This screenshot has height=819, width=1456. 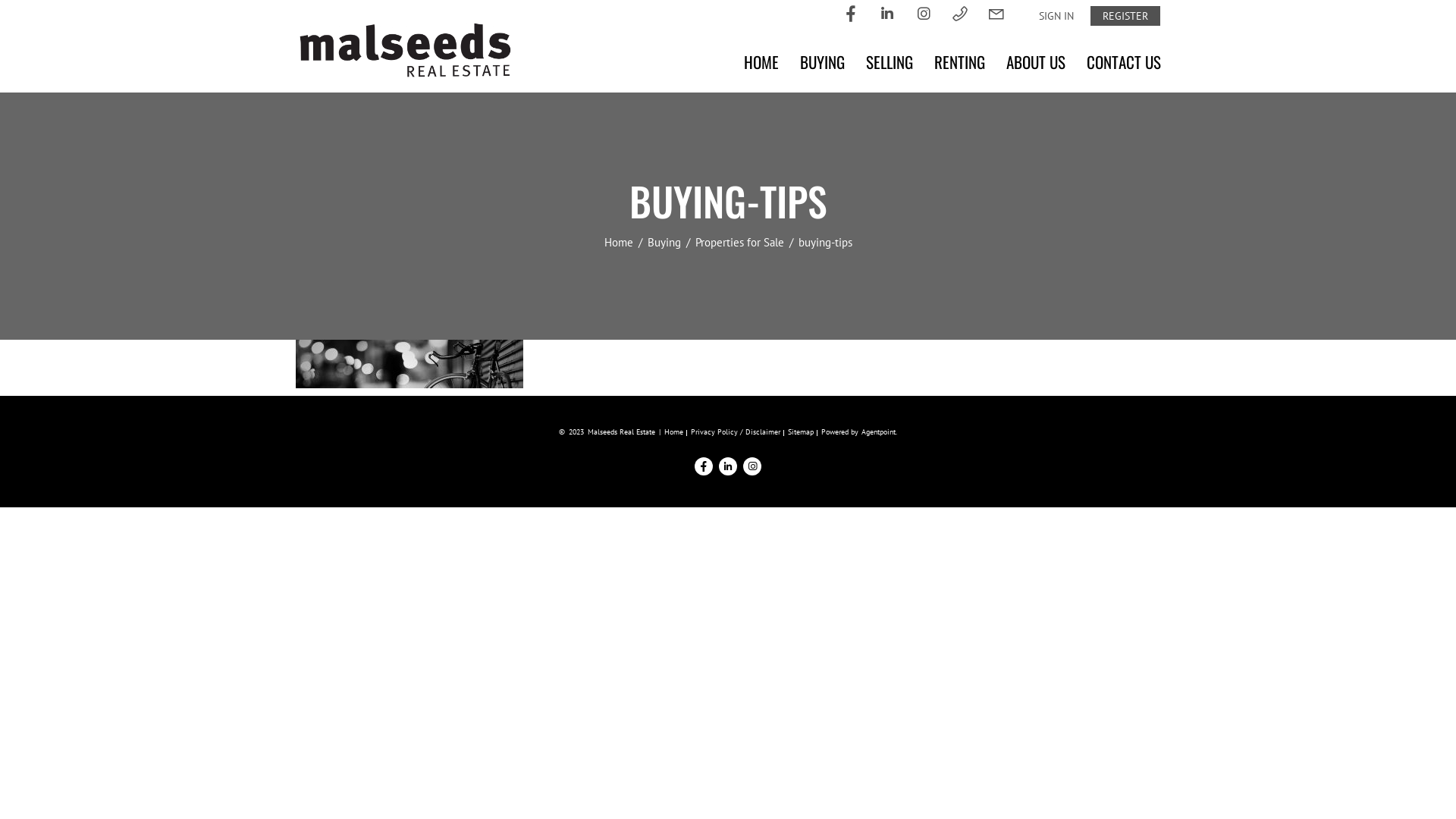 What do you see at coordinates (959, 61) in the screenshot?
I see `'RENTING'` at bounding box center [959, 61].